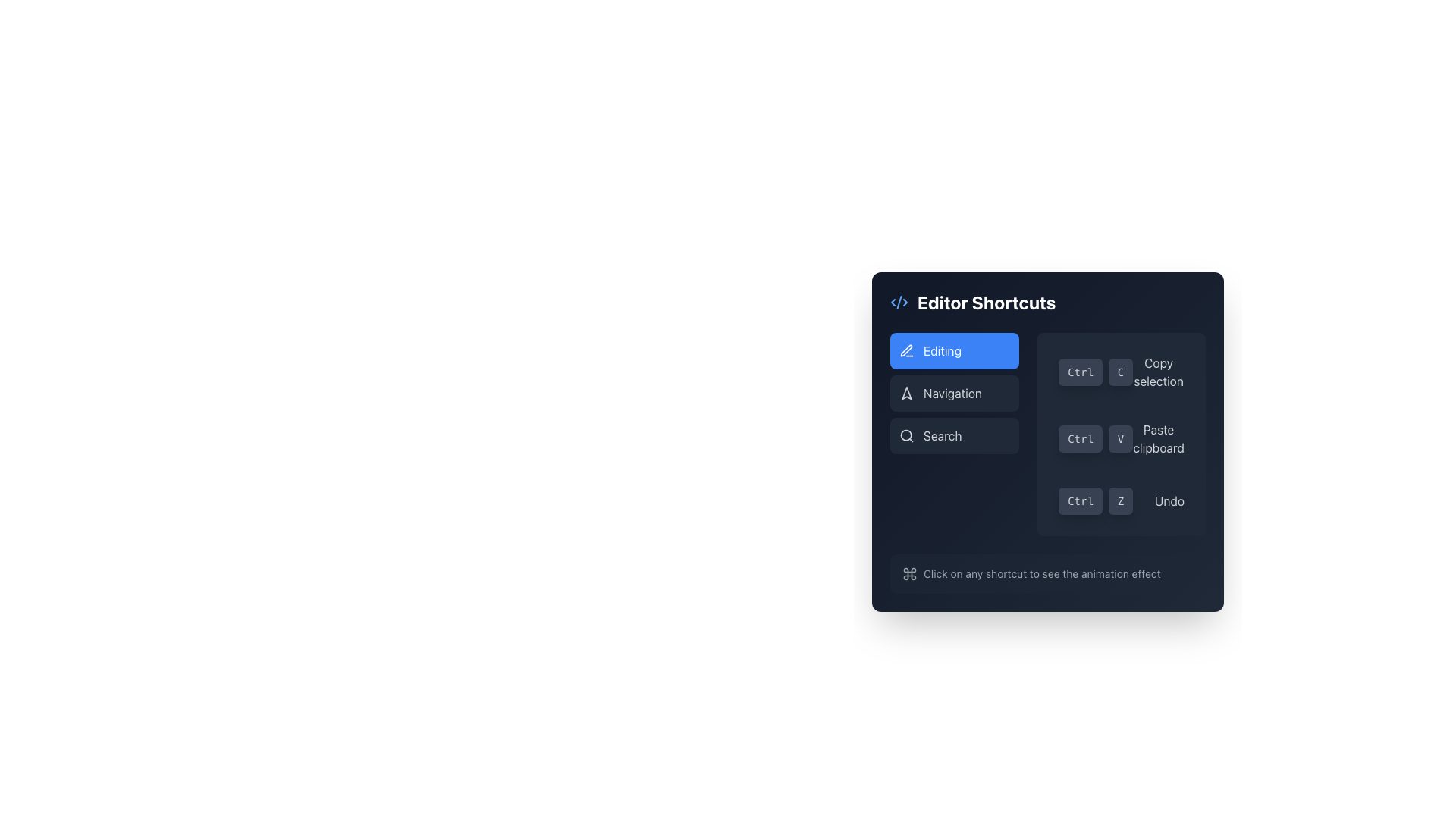  What do you see at coordinates (1047, 573) in the screenshot?
I see `informative text element that displays 'Click on any shortcut to see the animation effect', which includes an inline command key icon on the left and is located at the bottom of the 'Editor Shortcuts' panel` at bounding box center [1047, 573].